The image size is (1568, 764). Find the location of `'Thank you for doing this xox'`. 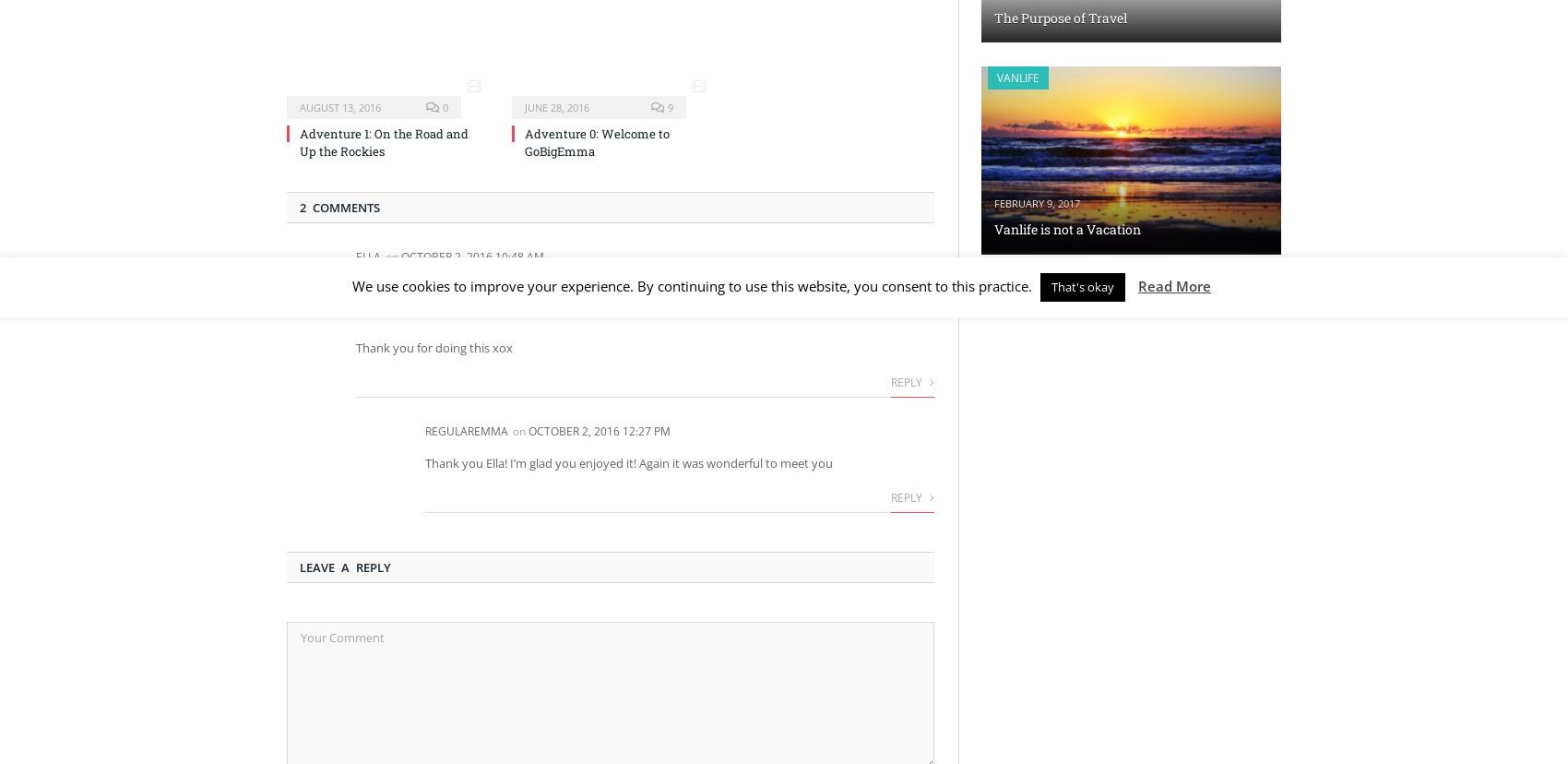

'Thank you for doing this xox' is located at coordinates (434, 346).